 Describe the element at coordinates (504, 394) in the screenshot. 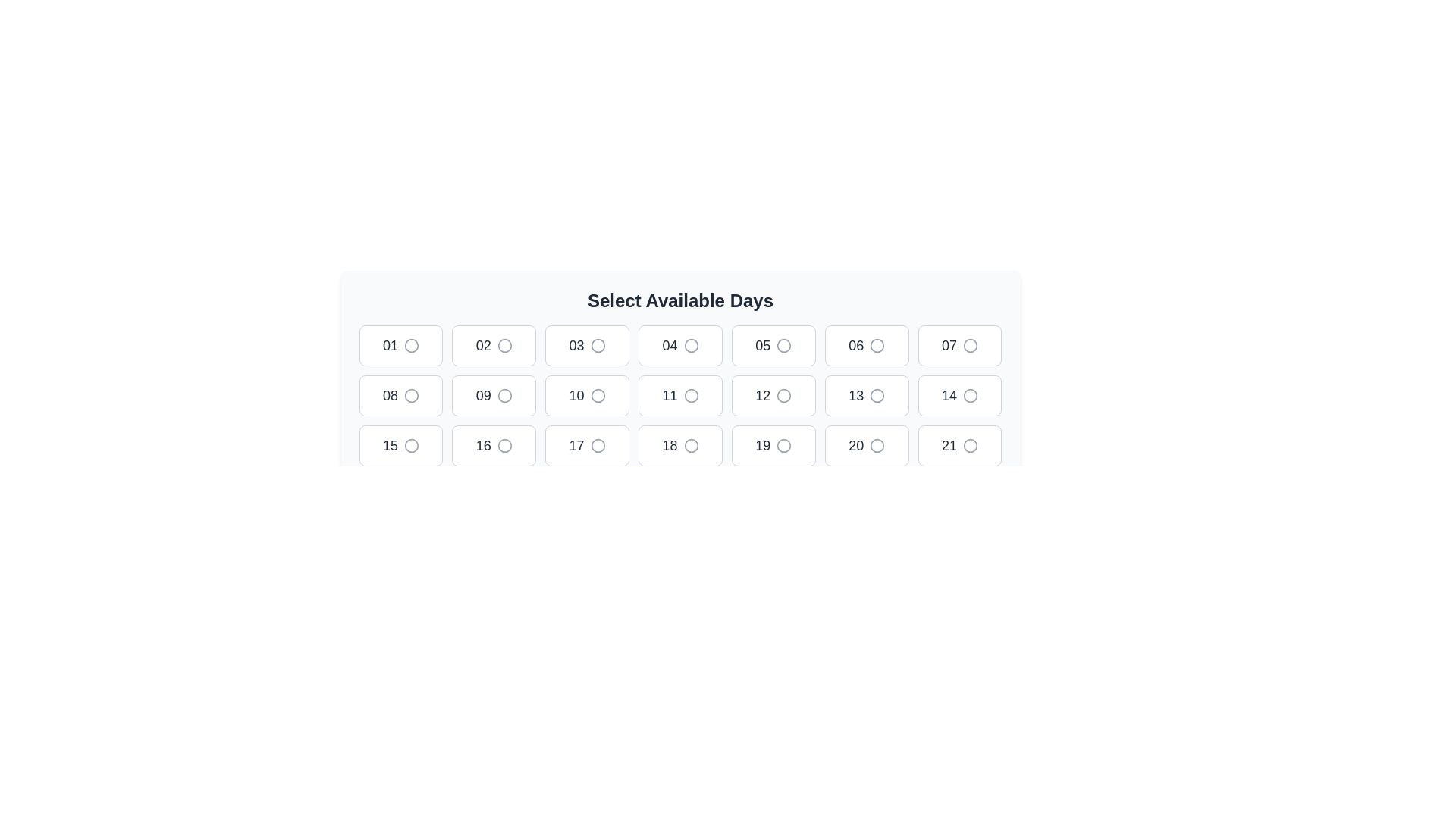

I see `the unselected state indicator SVG circle icon for the selectable day '09'` at that location.